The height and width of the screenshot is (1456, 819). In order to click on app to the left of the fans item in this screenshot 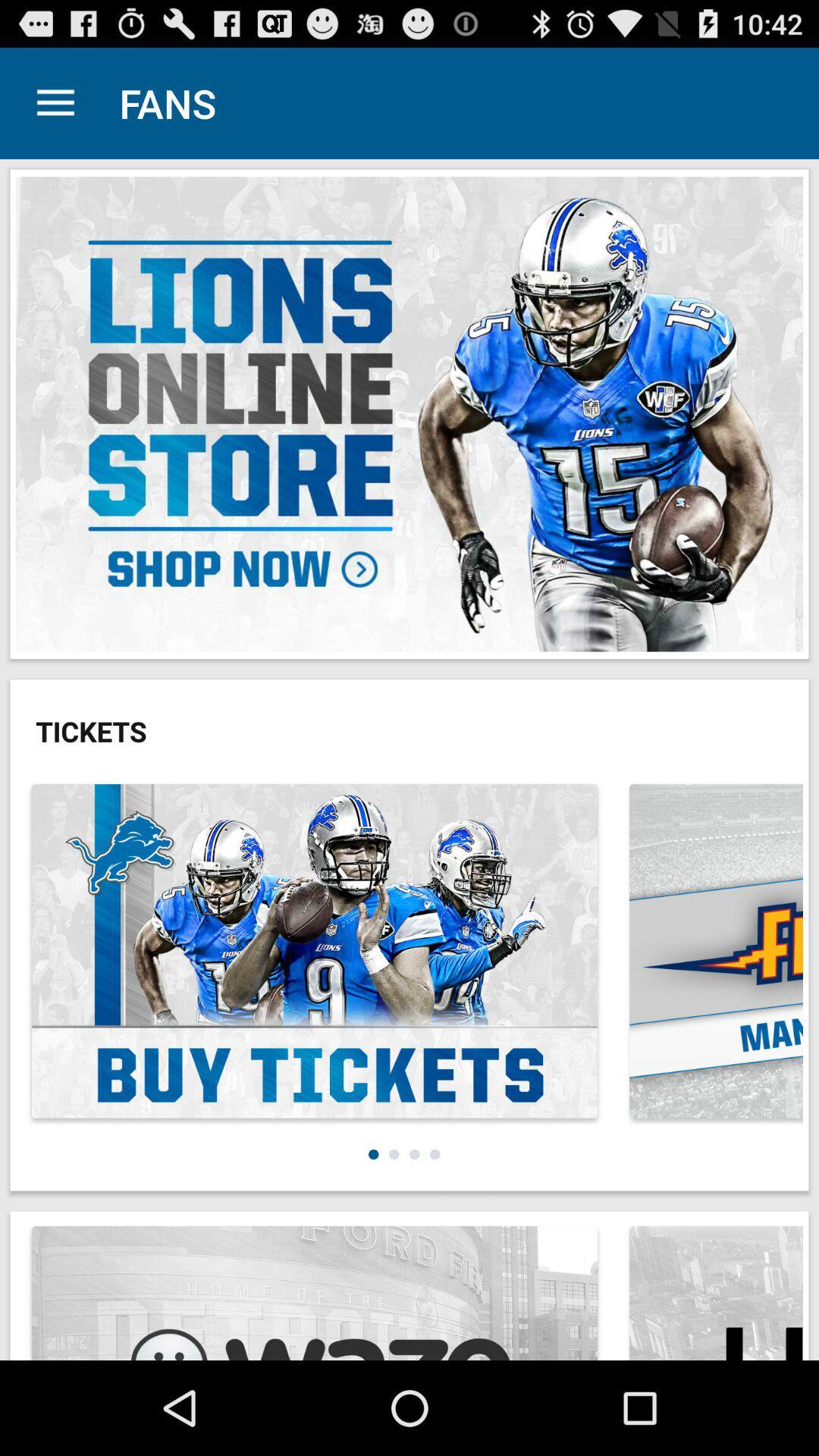, I will do `click(55, 102)`.